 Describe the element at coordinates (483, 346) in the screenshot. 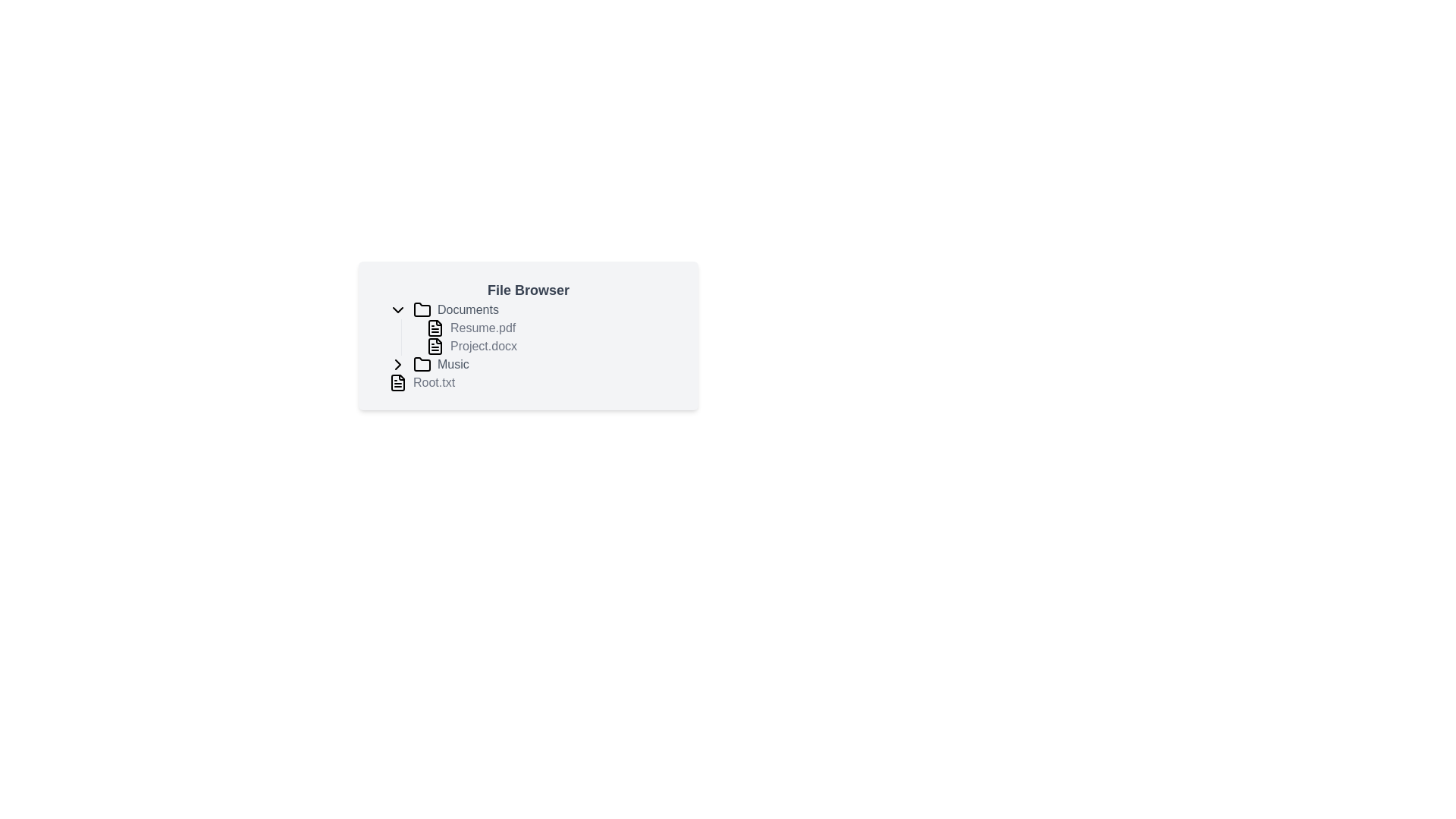

I see `the text label representing the file named 'Project.docx' located in the Documents folder` at that location.